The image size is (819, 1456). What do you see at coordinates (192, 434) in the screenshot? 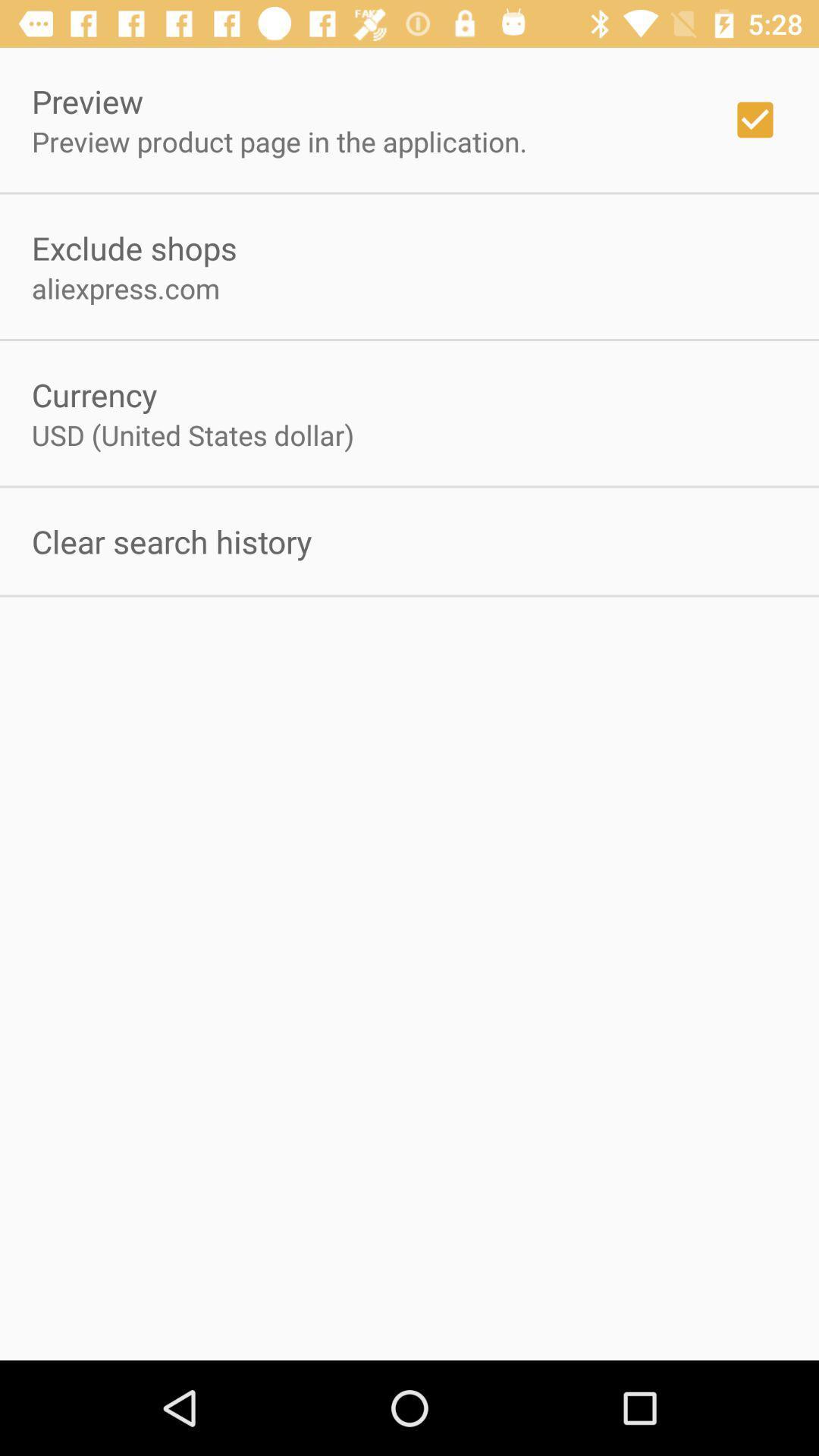
I see `usd united states` at bounding box center [192, 434].